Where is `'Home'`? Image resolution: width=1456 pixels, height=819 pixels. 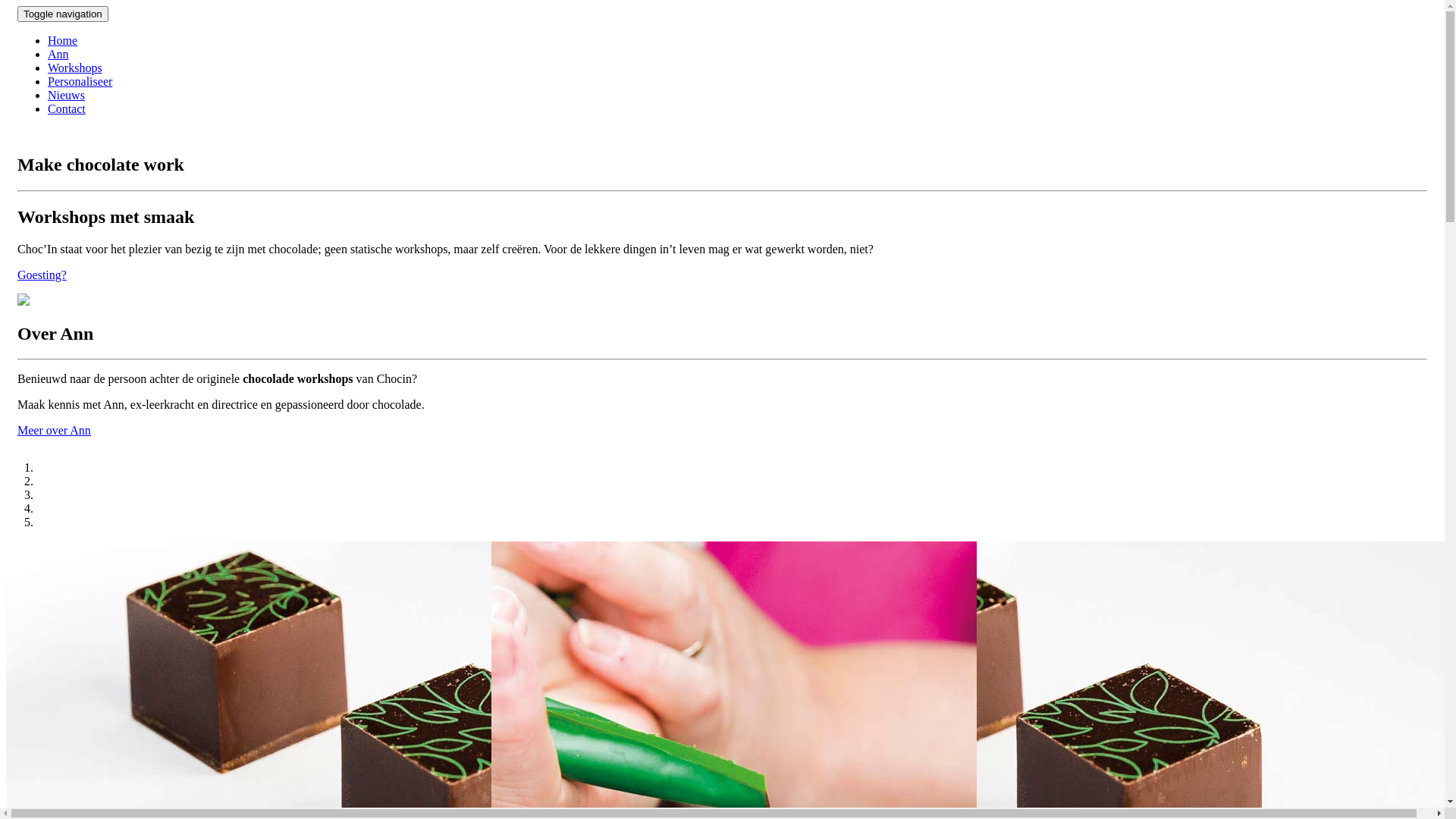
'Home' is located at coordinates (61, 39).